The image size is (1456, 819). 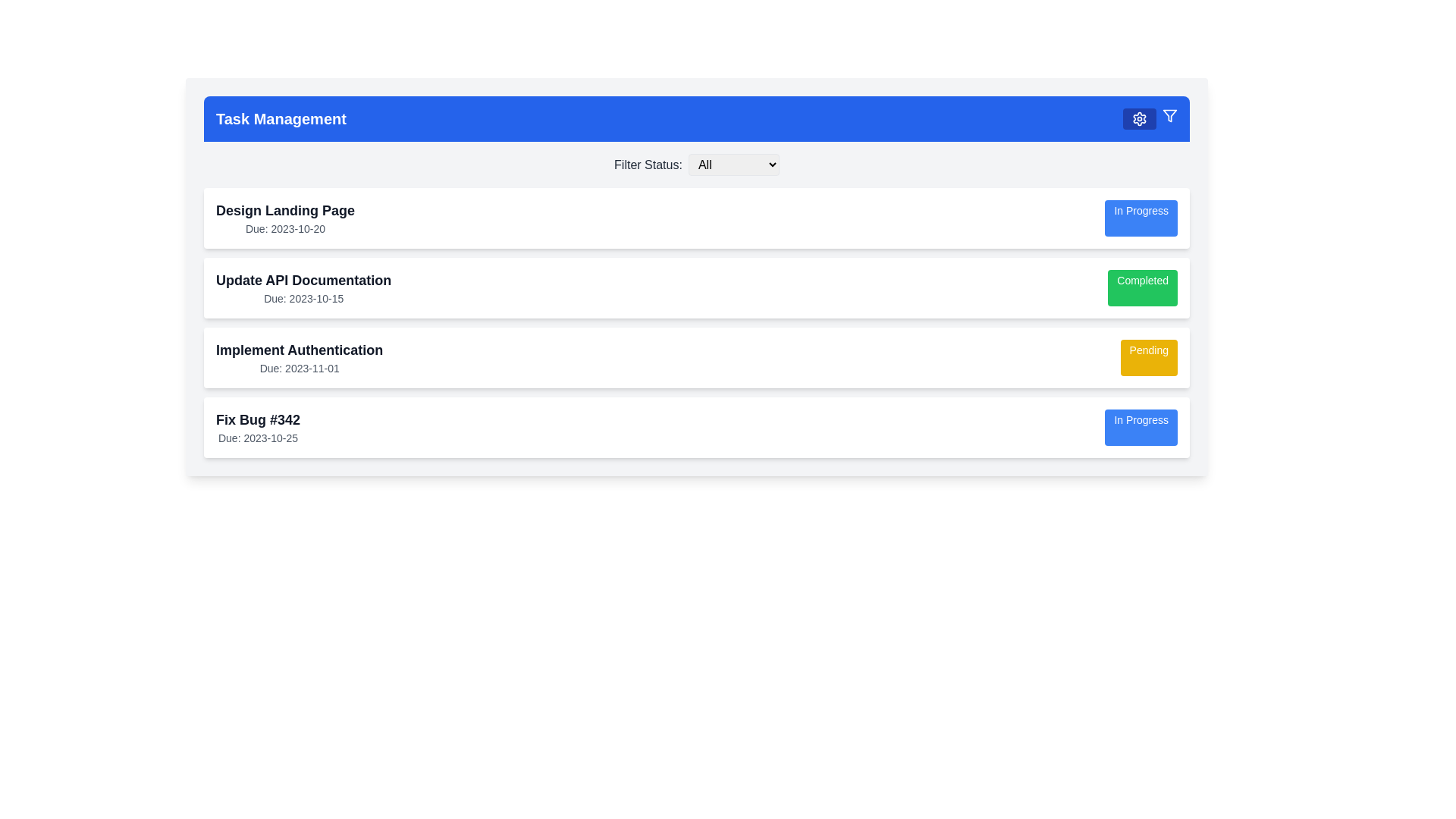 What do you see at coordinates (1139, 118) in the screenshot?
I see `the settings icon located on the right side of the blue horizontal navigation bar` at bounding box center [1139, 118].